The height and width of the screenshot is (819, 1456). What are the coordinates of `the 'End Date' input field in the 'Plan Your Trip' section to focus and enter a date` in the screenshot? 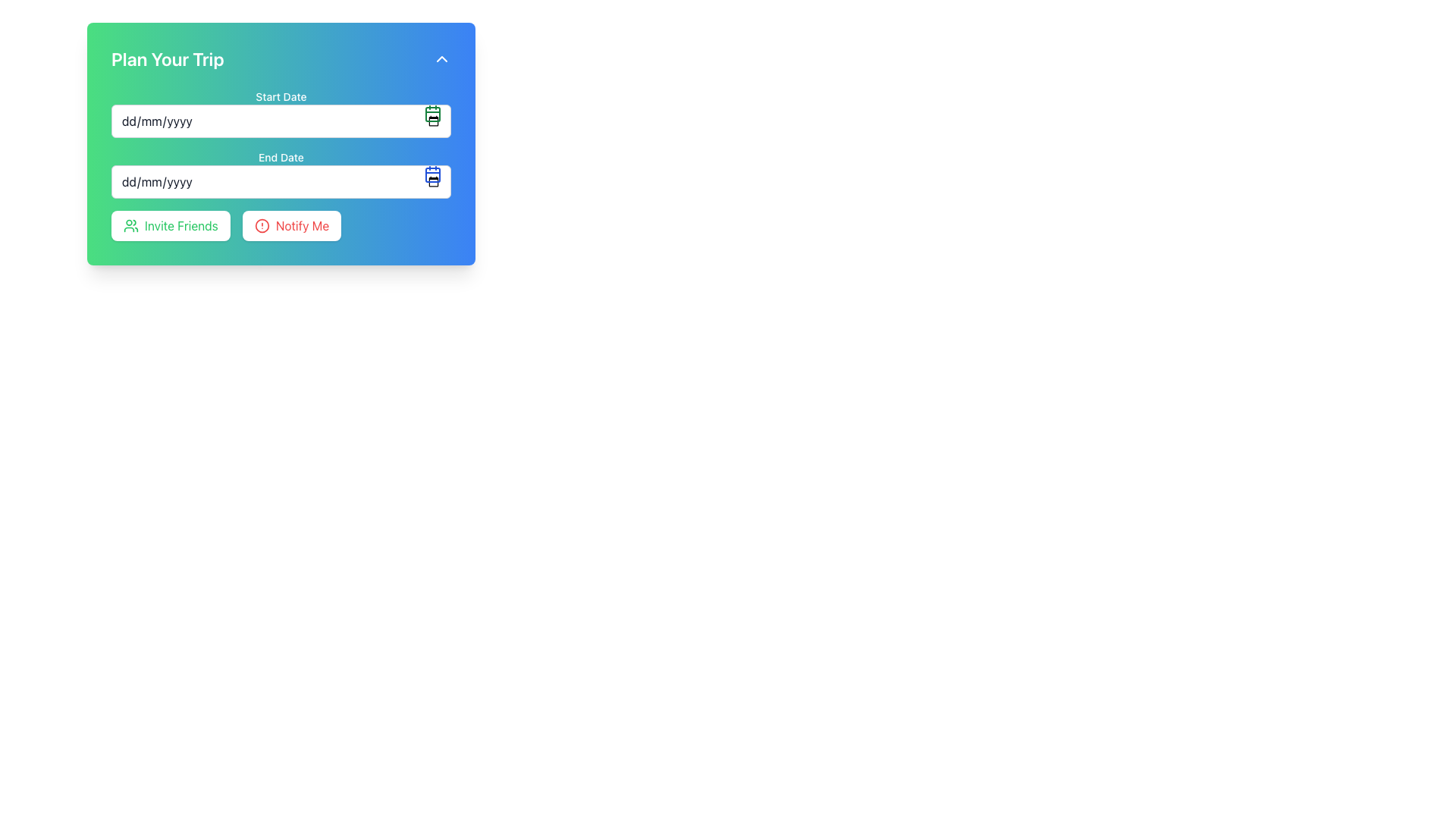 It's located at (281, 180).